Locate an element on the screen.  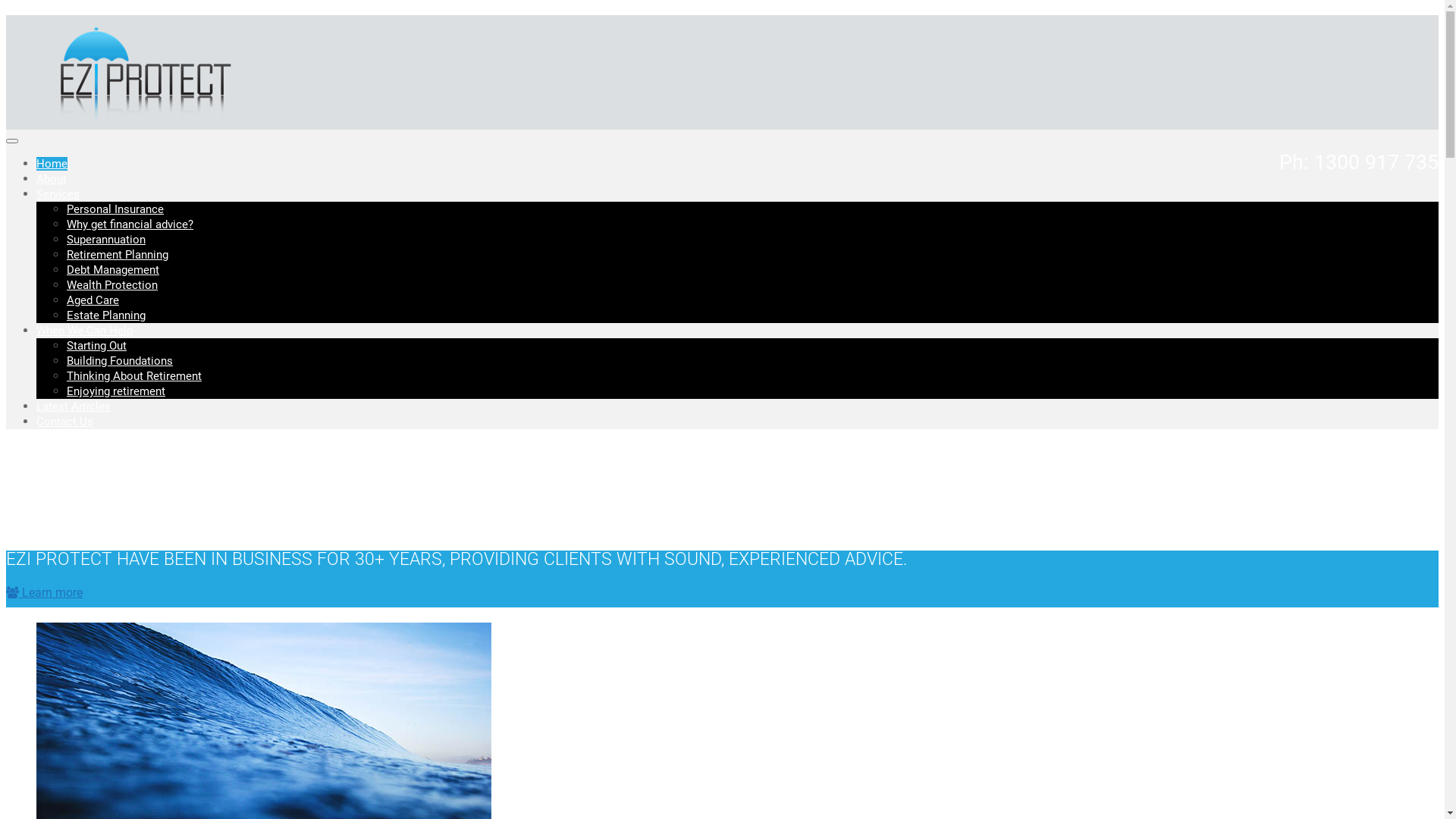
'Why get financial advice?' is located at coordinates (130, 224).